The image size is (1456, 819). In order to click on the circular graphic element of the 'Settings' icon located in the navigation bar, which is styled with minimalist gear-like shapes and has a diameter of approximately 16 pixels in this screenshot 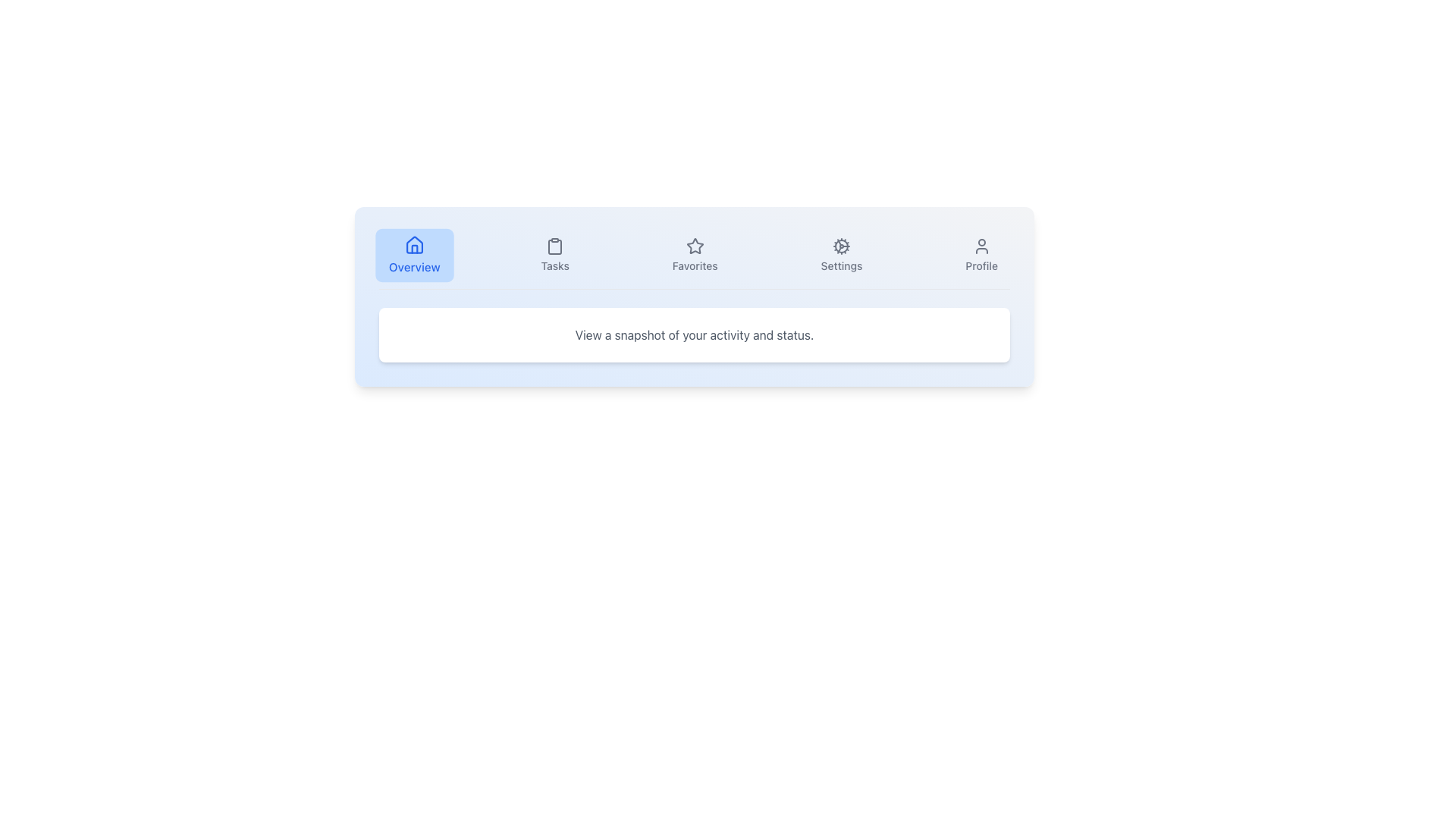, I will do `click(841, 245)`.